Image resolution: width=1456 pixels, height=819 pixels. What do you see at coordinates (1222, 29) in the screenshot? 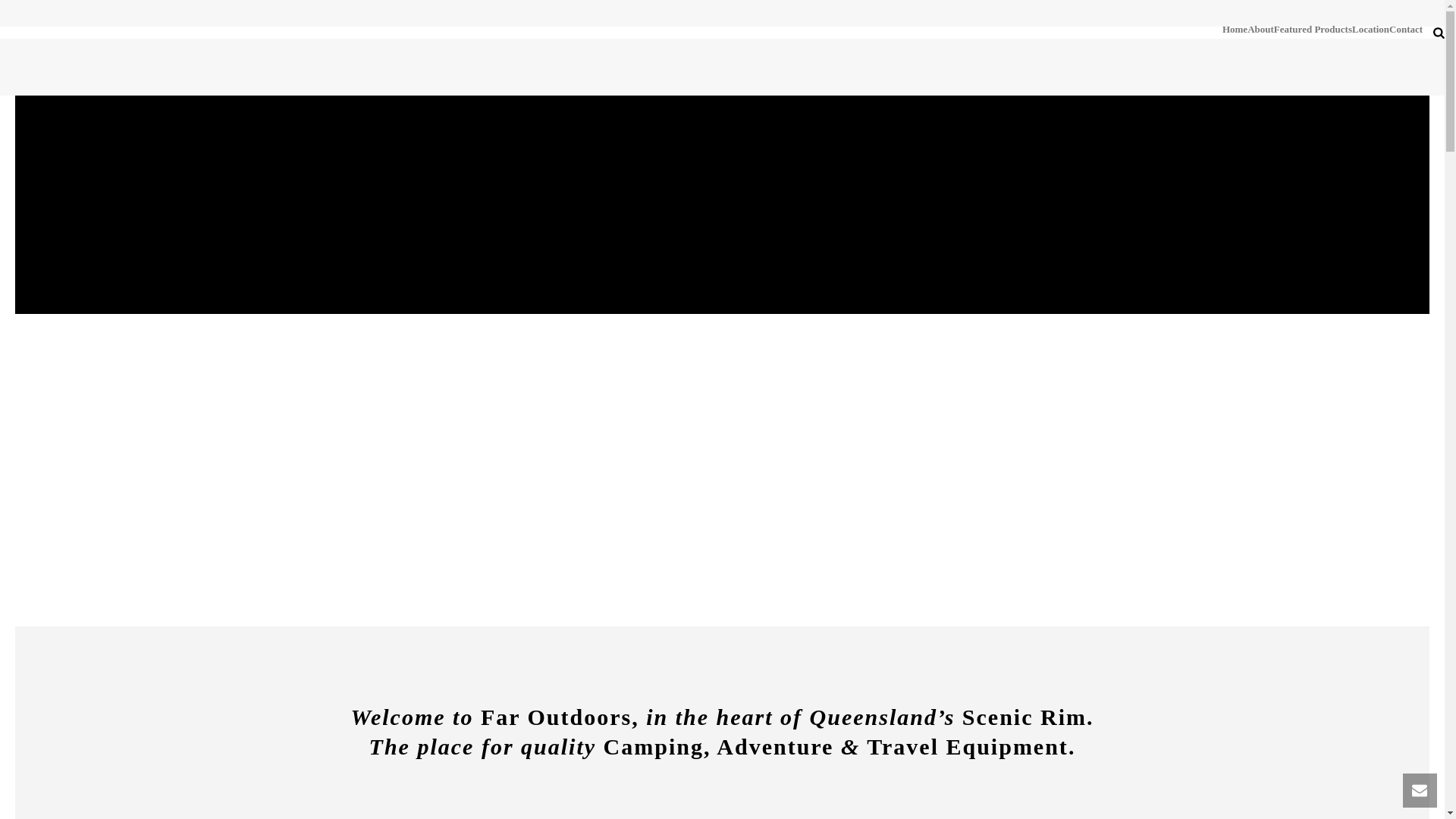
I see `'Home'` at bounding box center [1222, 29].